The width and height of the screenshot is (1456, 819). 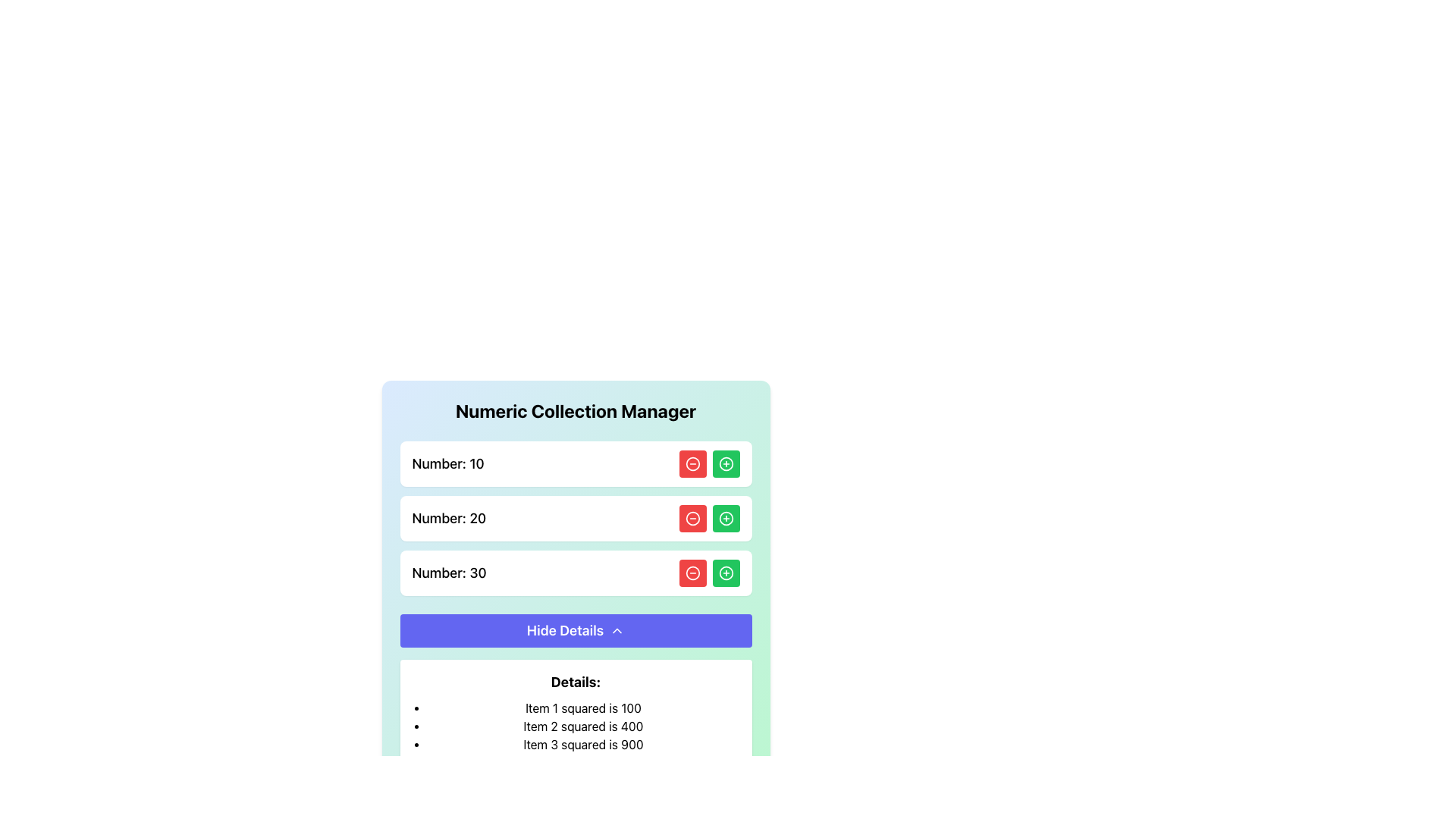 I want to click on the circular green button with a white plus icon located in the middle row corresponding to 'Number: 20', so click(x=725, y=517).